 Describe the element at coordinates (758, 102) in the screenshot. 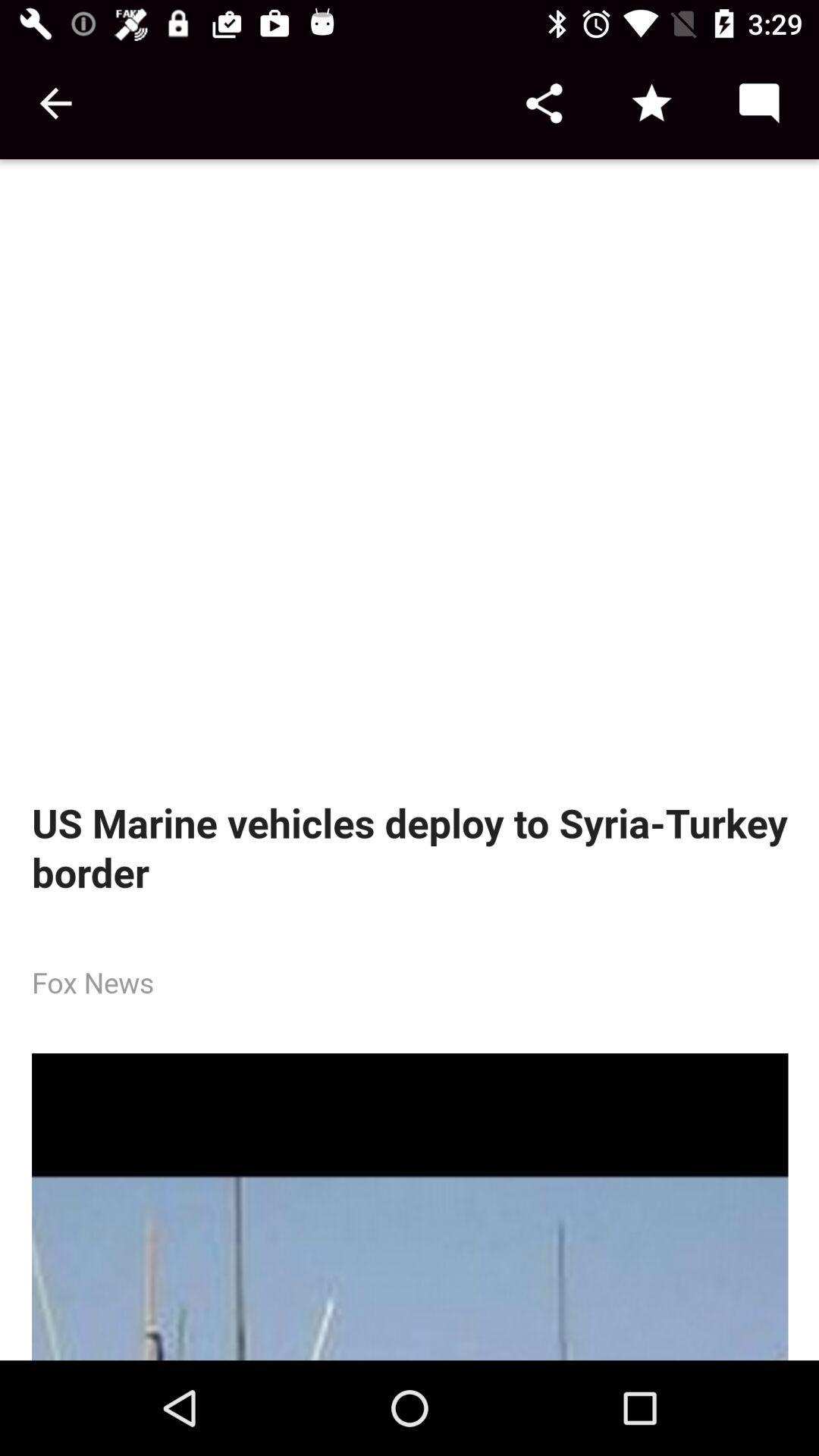

I see `chat function` at that location.